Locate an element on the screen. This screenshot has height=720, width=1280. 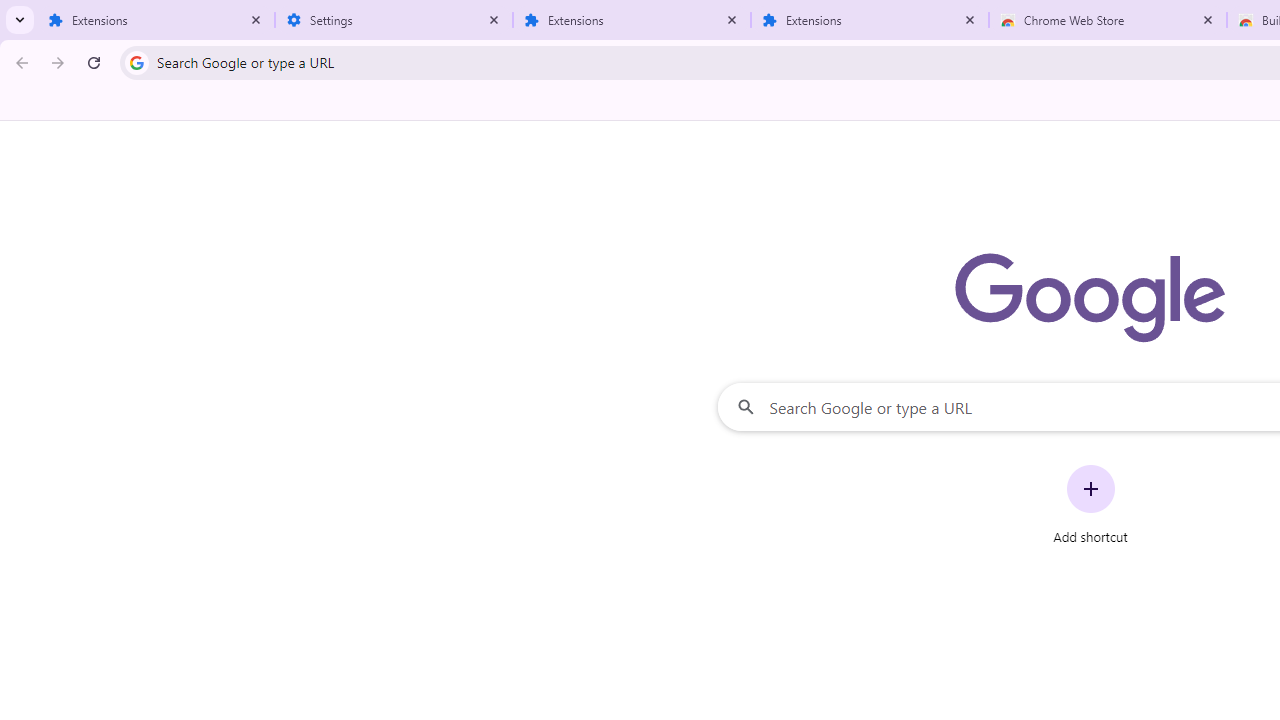
'Extensions' is located at coordinates (155, 20).